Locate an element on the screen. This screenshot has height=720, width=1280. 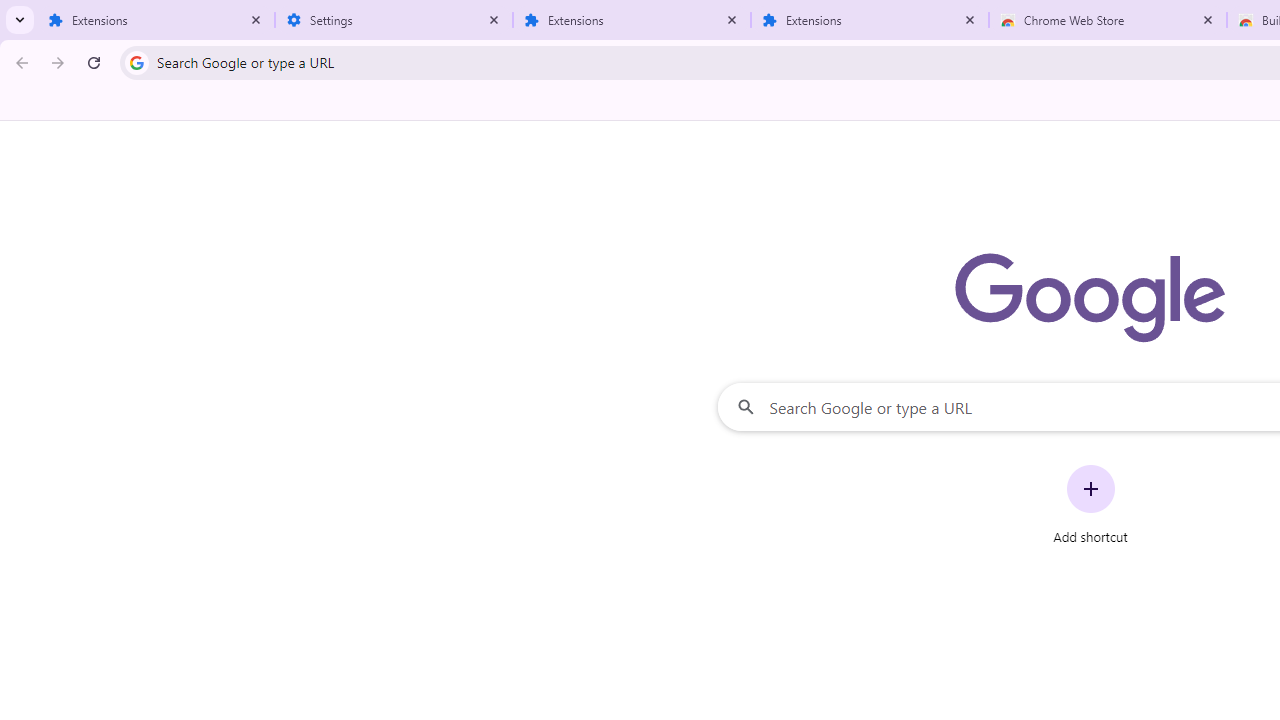
'Extensions' is located at coordinates (155, 20).